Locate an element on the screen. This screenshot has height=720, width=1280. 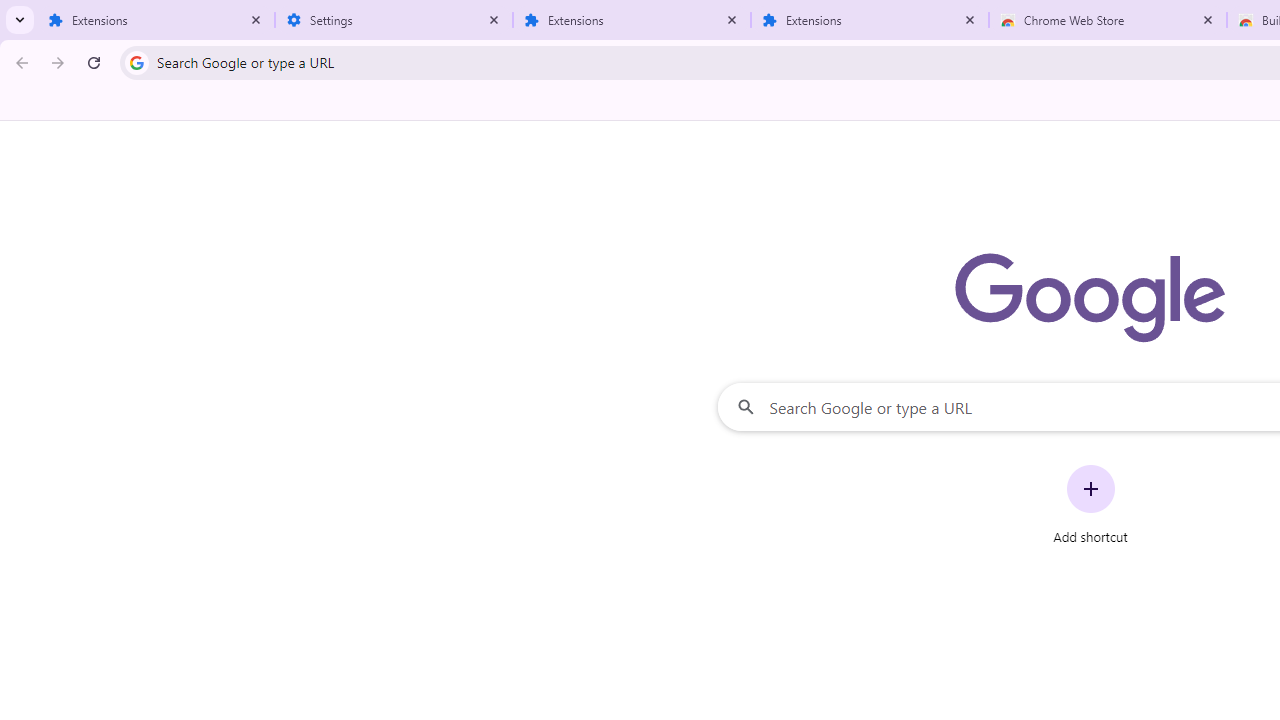
'Extensions' is located at coordinates (155, 20).